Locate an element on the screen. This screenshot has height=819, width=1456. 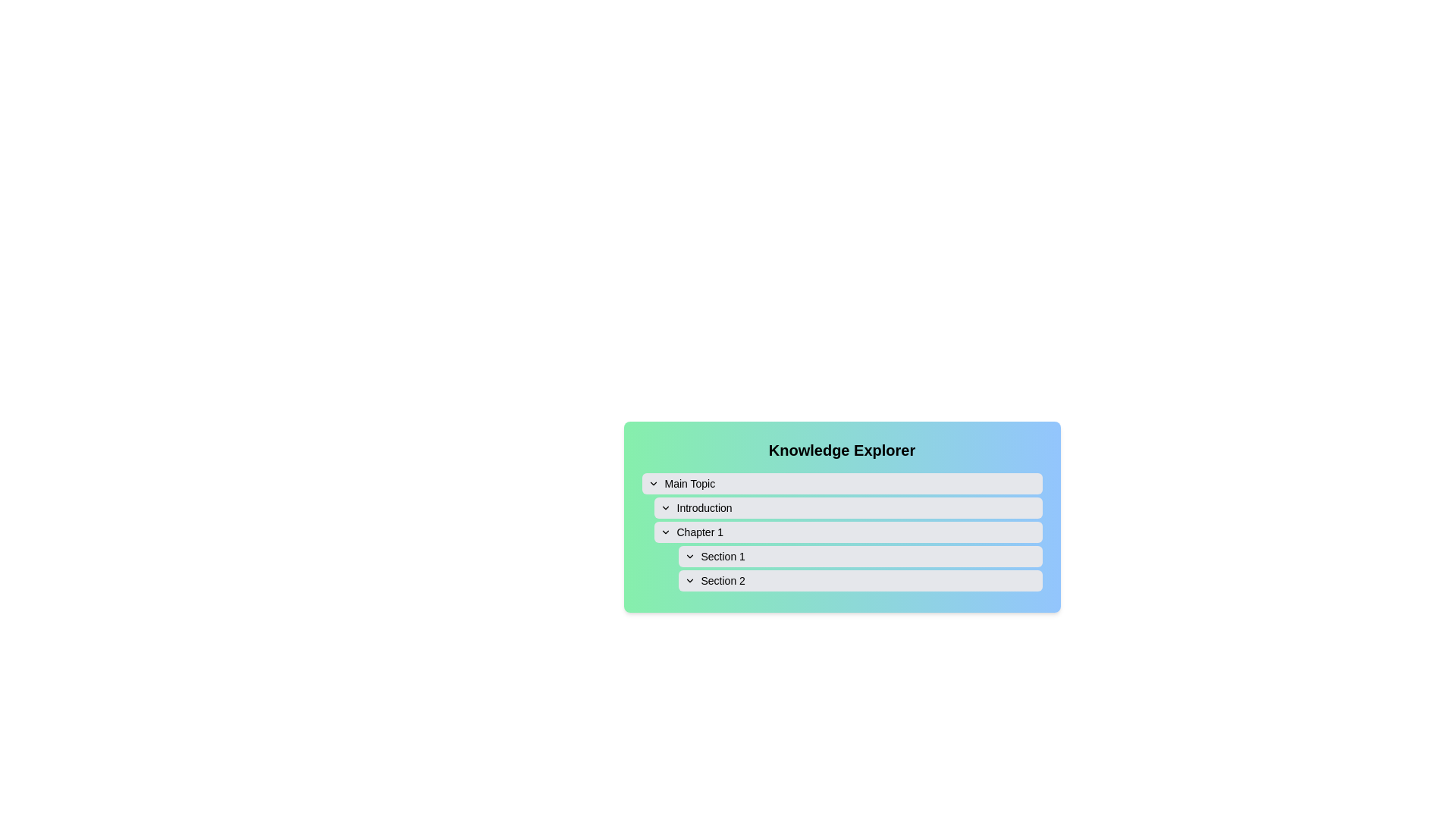
the icon that indicates the expandable or collapsible state of 'Section 1' is located at coordinates (689, 556).